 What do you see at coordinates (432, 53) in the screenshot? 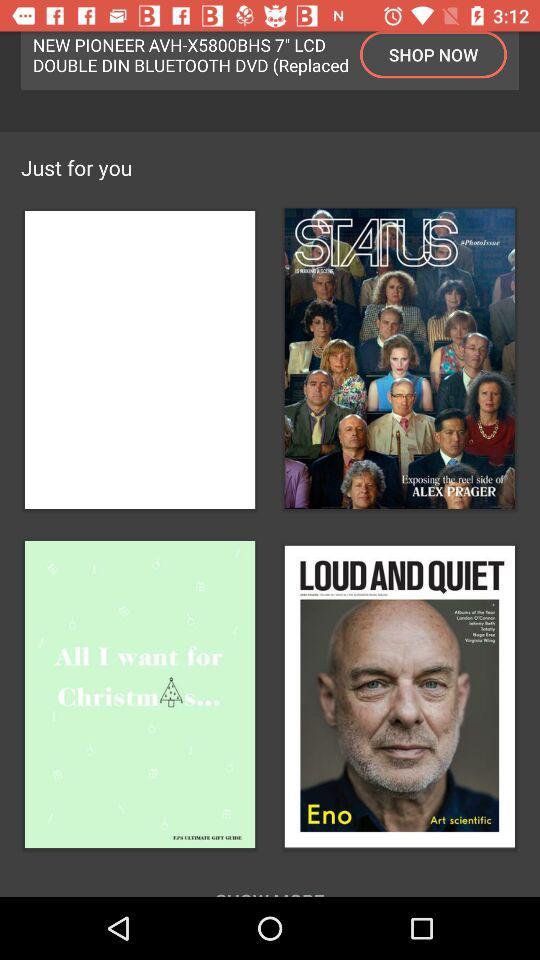
I see `icon at the top right corner` at bounding box center [432, 53].